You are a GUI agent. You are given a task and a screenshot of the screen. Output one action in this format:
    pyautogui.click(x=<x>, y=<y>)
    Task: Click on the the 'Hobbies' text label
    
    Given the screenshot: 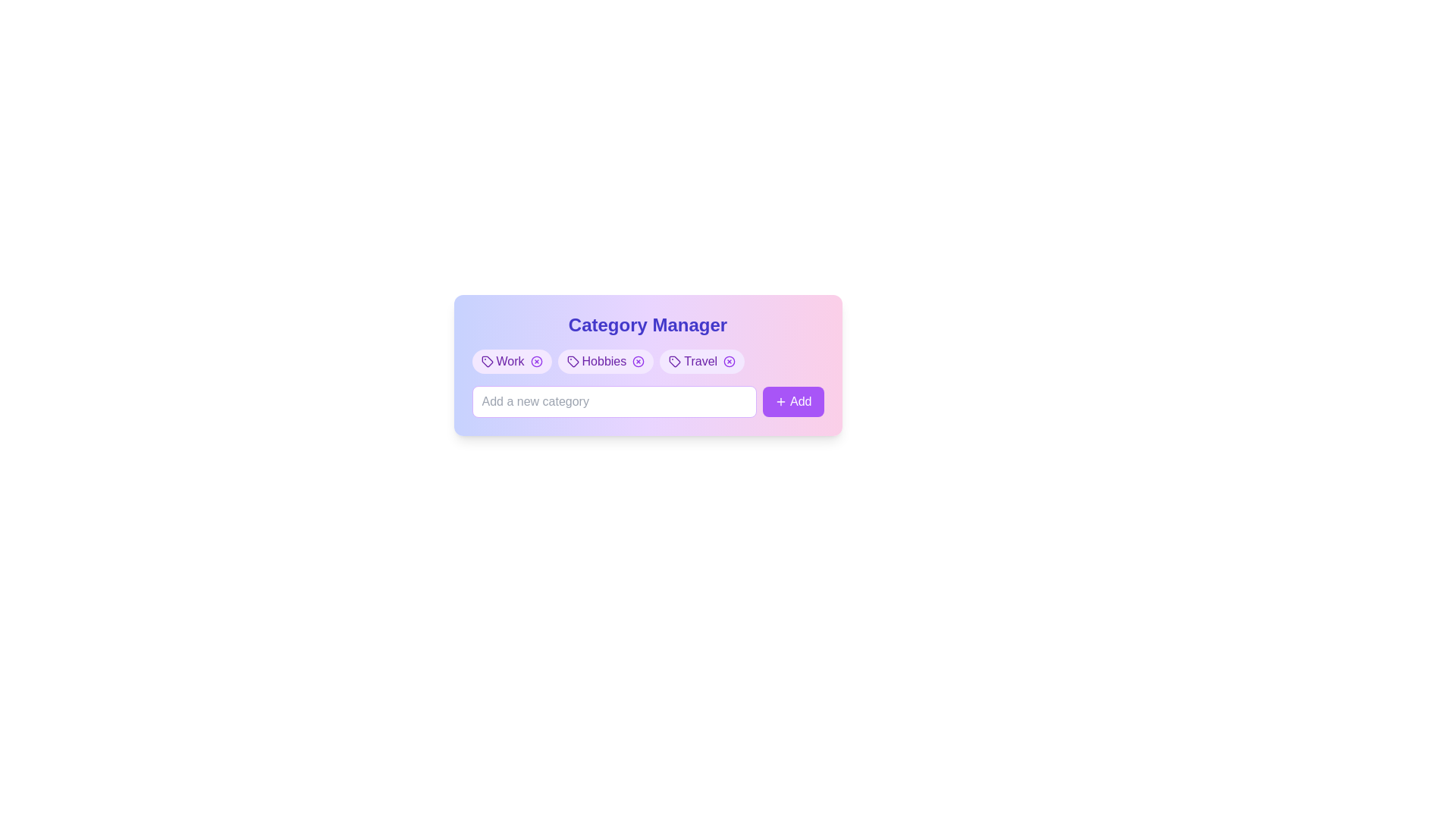 What is the action you would take?
    pyautogui.click(x=603, y=362)
    